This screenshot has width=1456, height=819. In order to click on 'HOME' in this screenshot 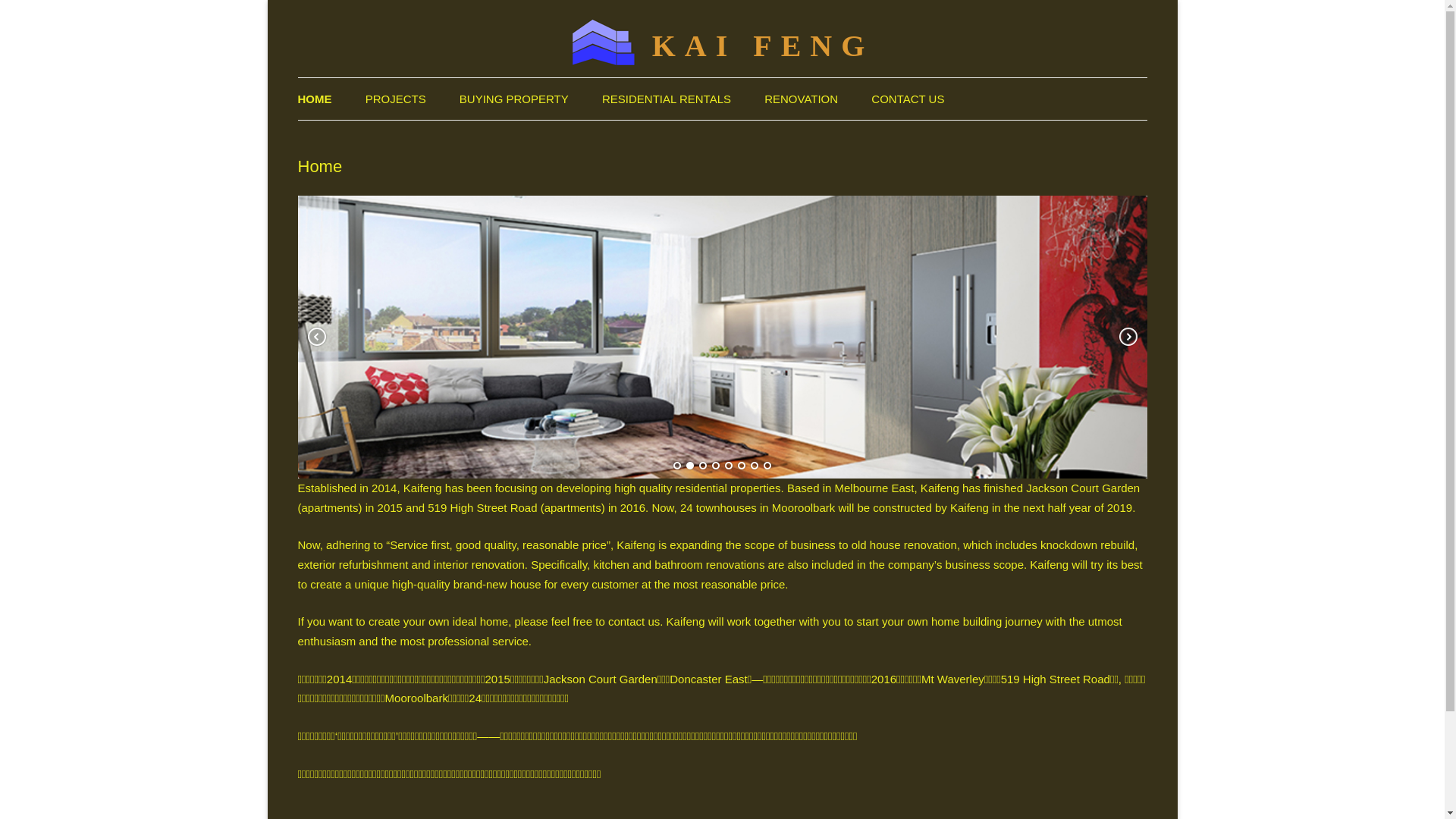, I will do `click(297, 99)`.